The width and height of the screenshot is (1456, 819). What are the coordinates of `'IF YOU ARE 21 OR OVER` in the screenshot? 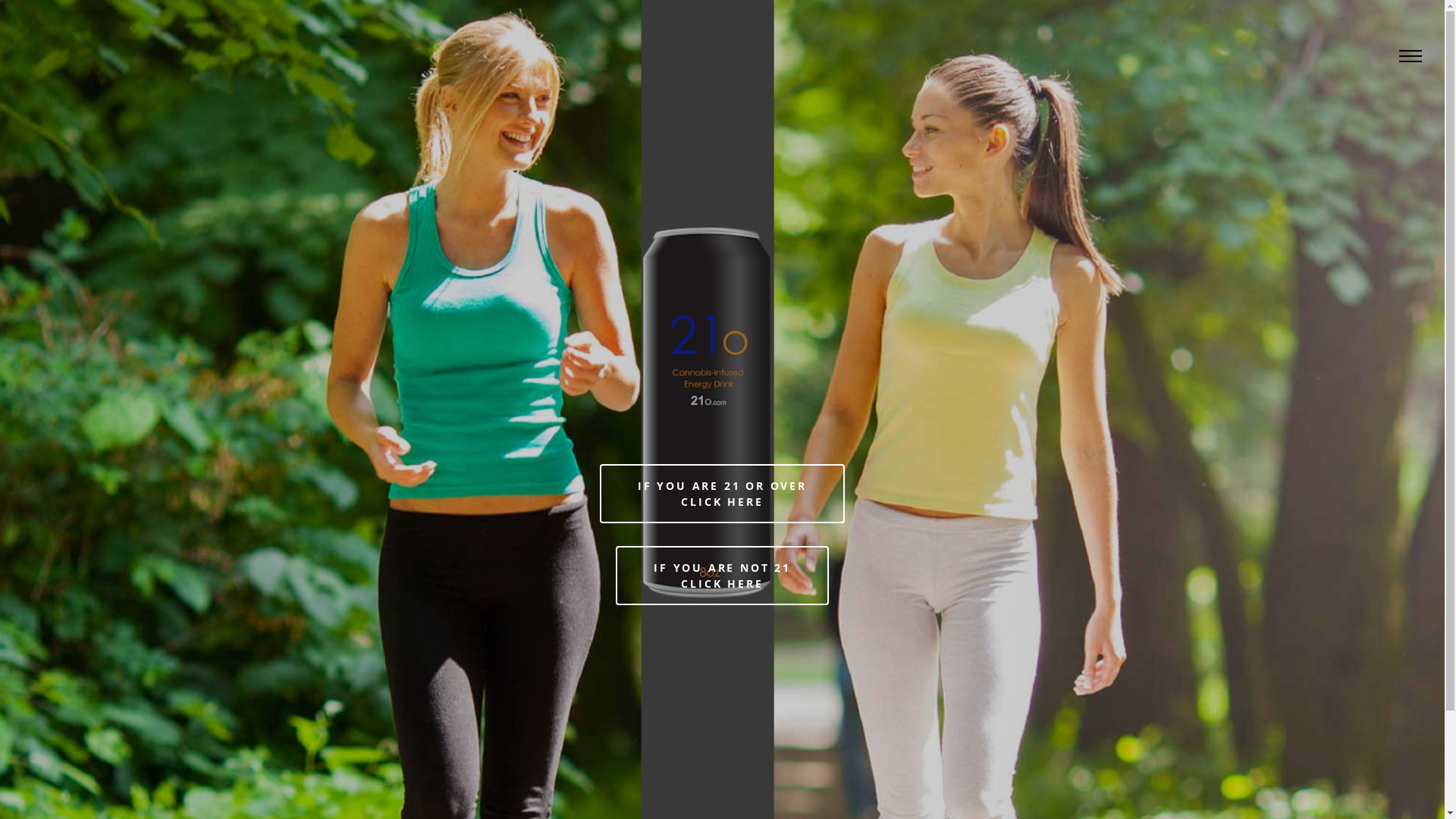 It's located at (721, 494).